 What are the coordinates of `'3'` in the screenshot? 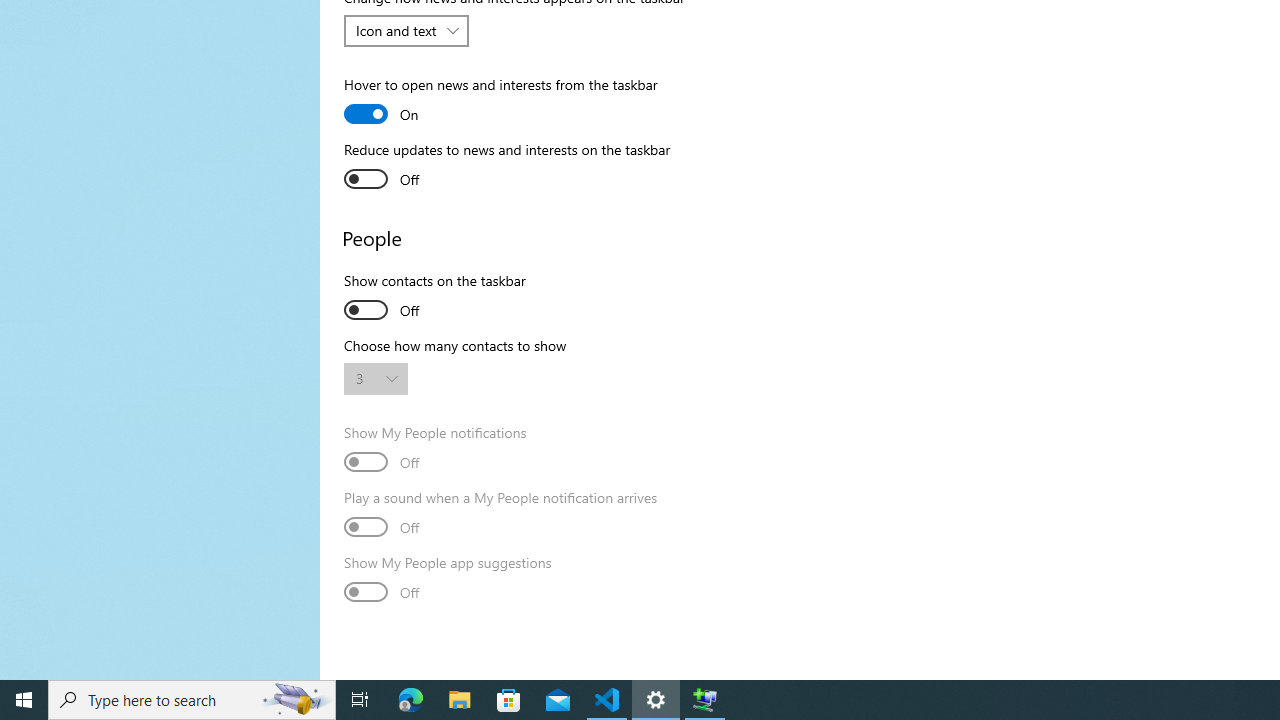 It's located at (366, 378).